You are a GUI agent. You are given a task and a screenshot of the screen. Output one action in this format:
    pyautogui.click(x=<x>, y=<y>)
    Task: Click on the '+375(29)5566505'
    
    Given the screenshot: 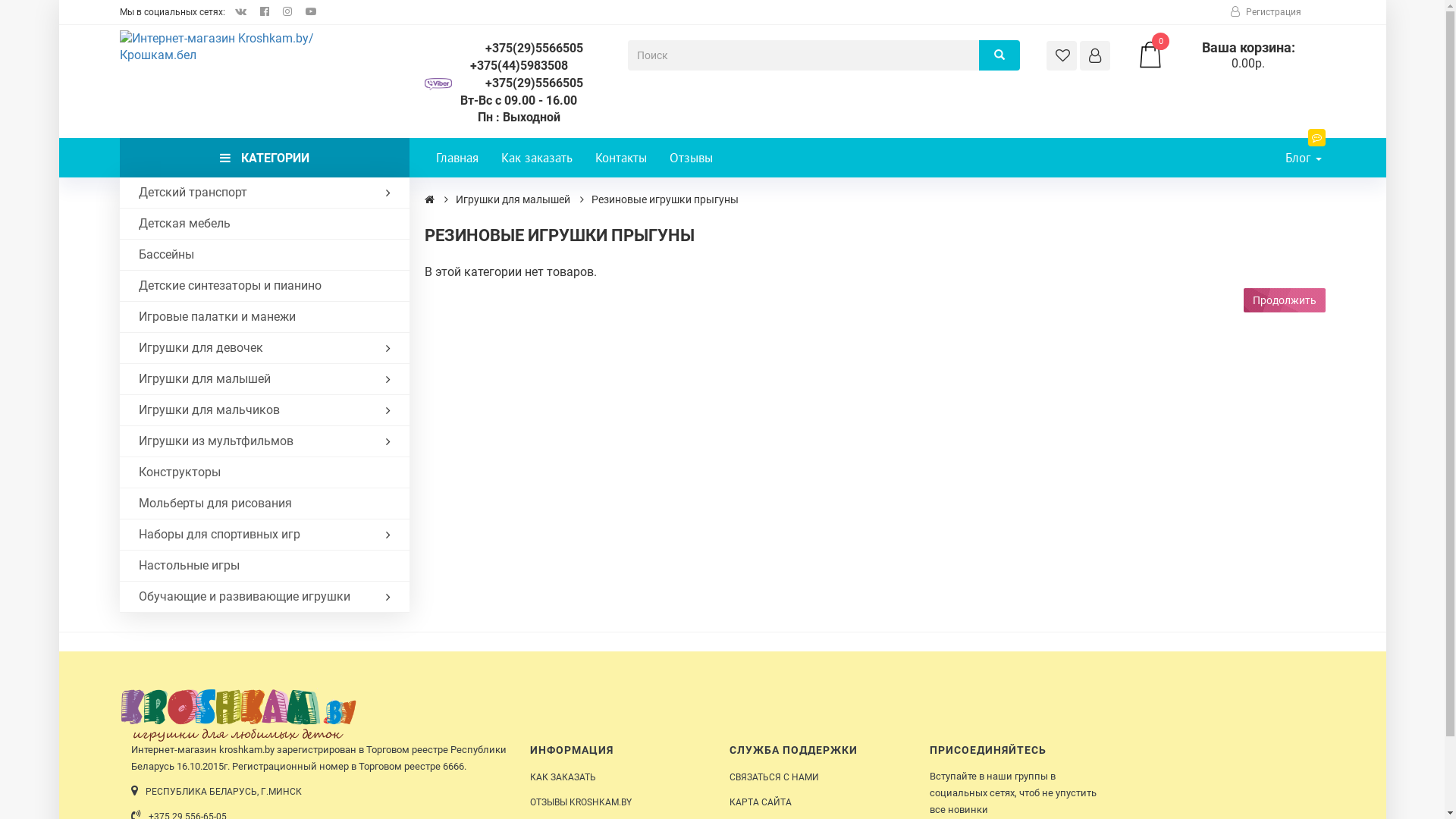 What is the action you would take?
    pyautogui.click(x=519, y=83)
    